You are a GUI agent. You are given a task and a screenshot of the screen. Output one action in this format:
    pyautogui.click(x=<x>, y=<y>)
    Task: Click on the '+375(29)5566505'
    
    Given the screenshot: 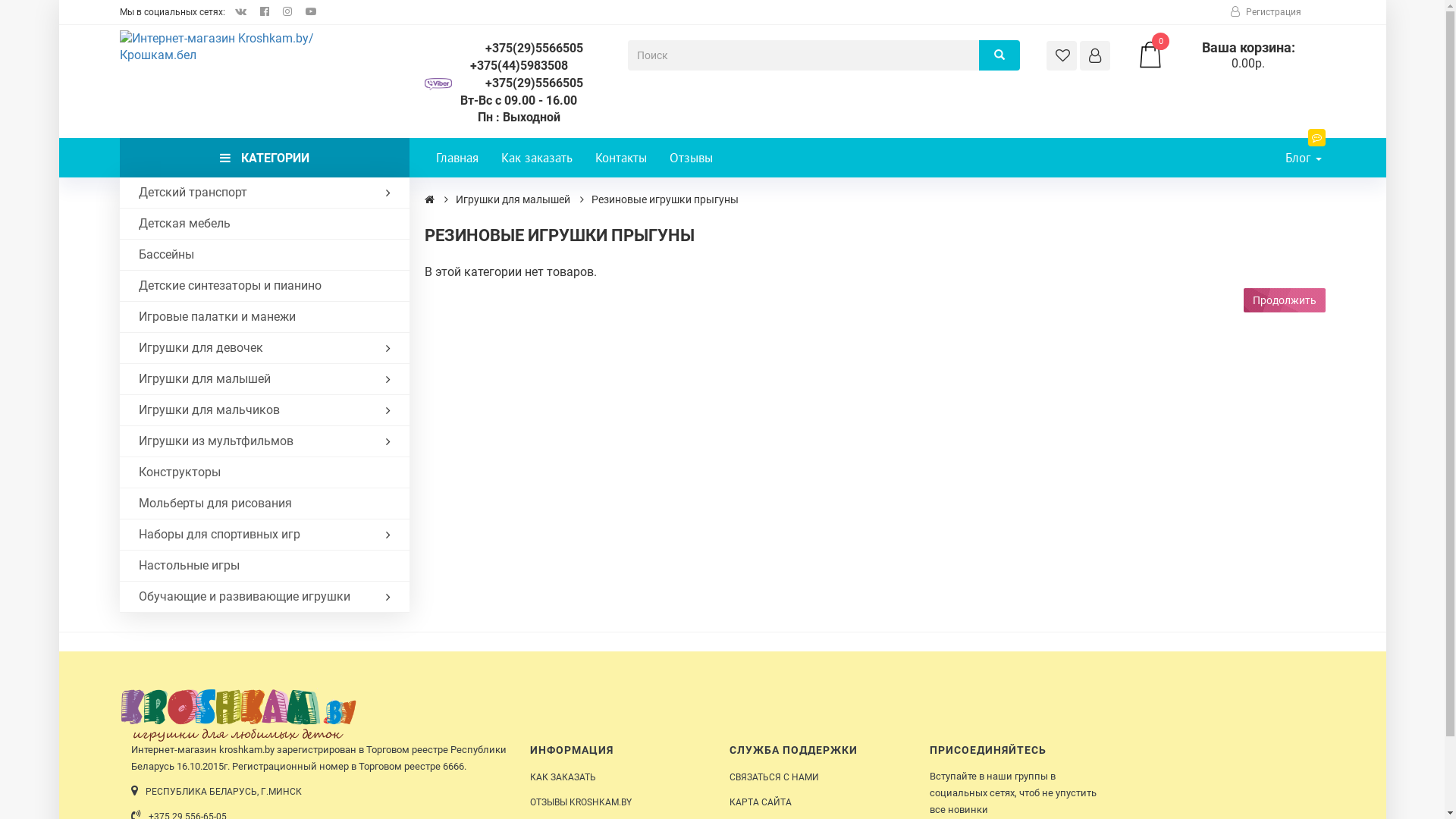 What is the action you would take?
    pyautogui.click(x=519, y=83)
    